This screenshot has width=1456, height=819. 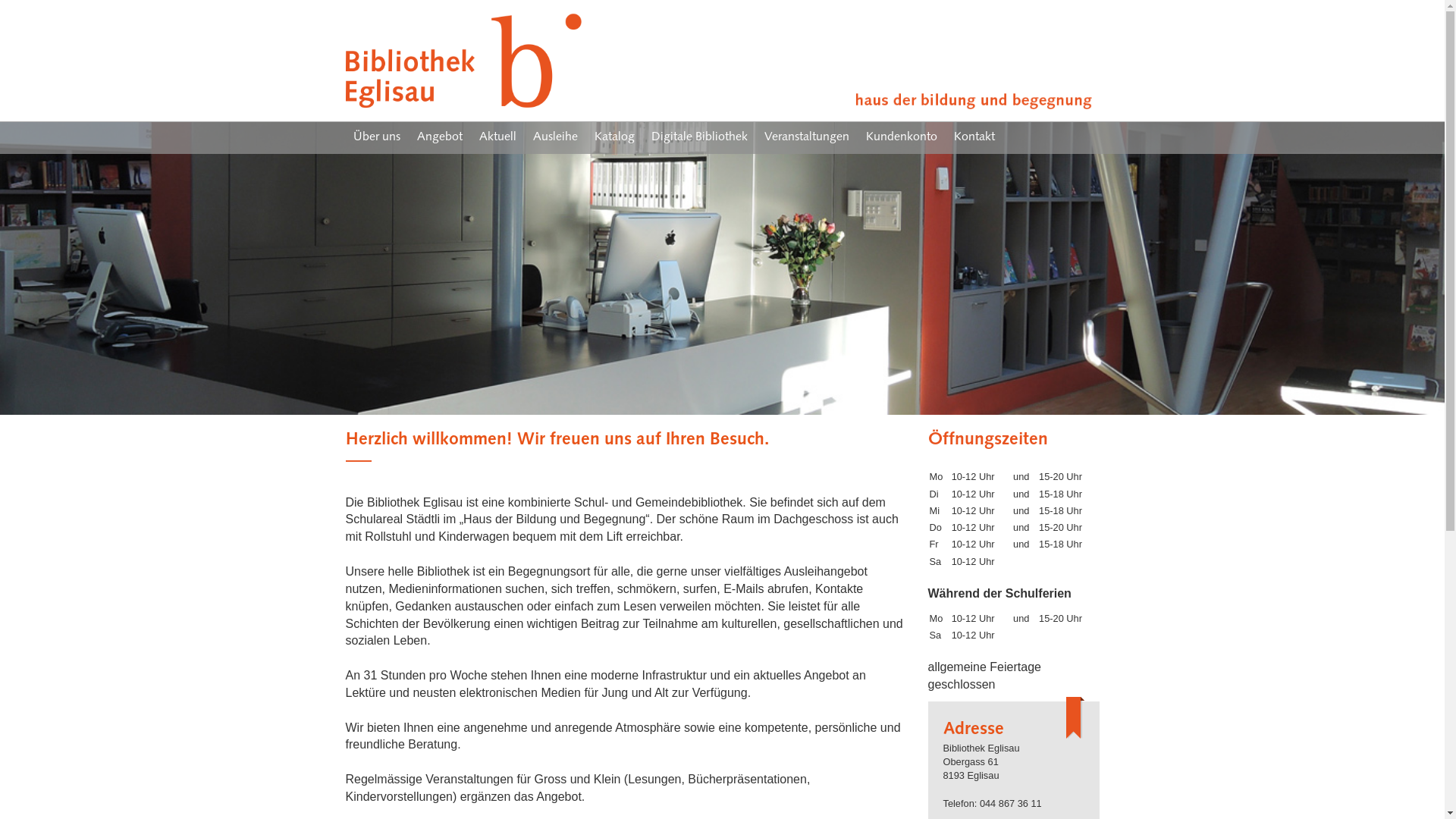 What do you see at coordinates (806, 137) in the screenshot?
I see `'Veranstaltungen'` at bounding box center [806, 137].